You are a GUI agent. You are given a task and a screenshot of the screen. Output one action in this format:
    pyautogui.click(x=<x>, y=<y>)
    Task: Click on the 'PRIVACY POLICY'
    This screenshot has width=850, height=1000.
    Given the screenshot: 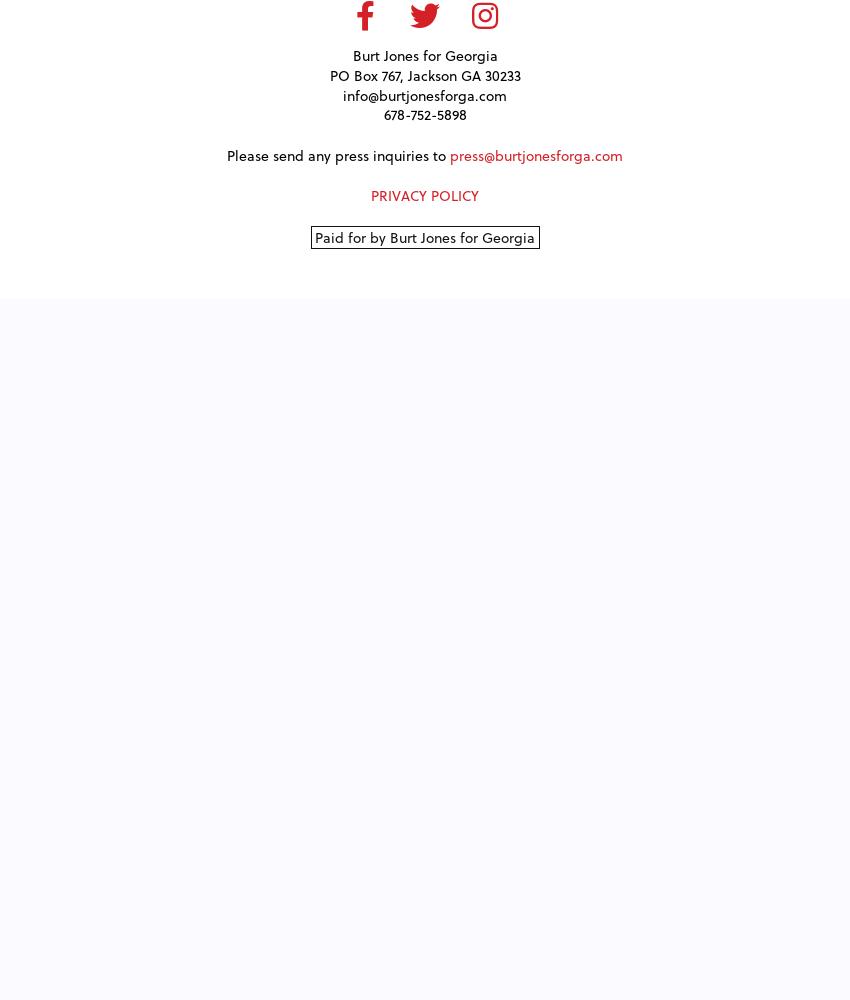 What is the action you would take?
    pyautogui.click(x=425, y=194)
    